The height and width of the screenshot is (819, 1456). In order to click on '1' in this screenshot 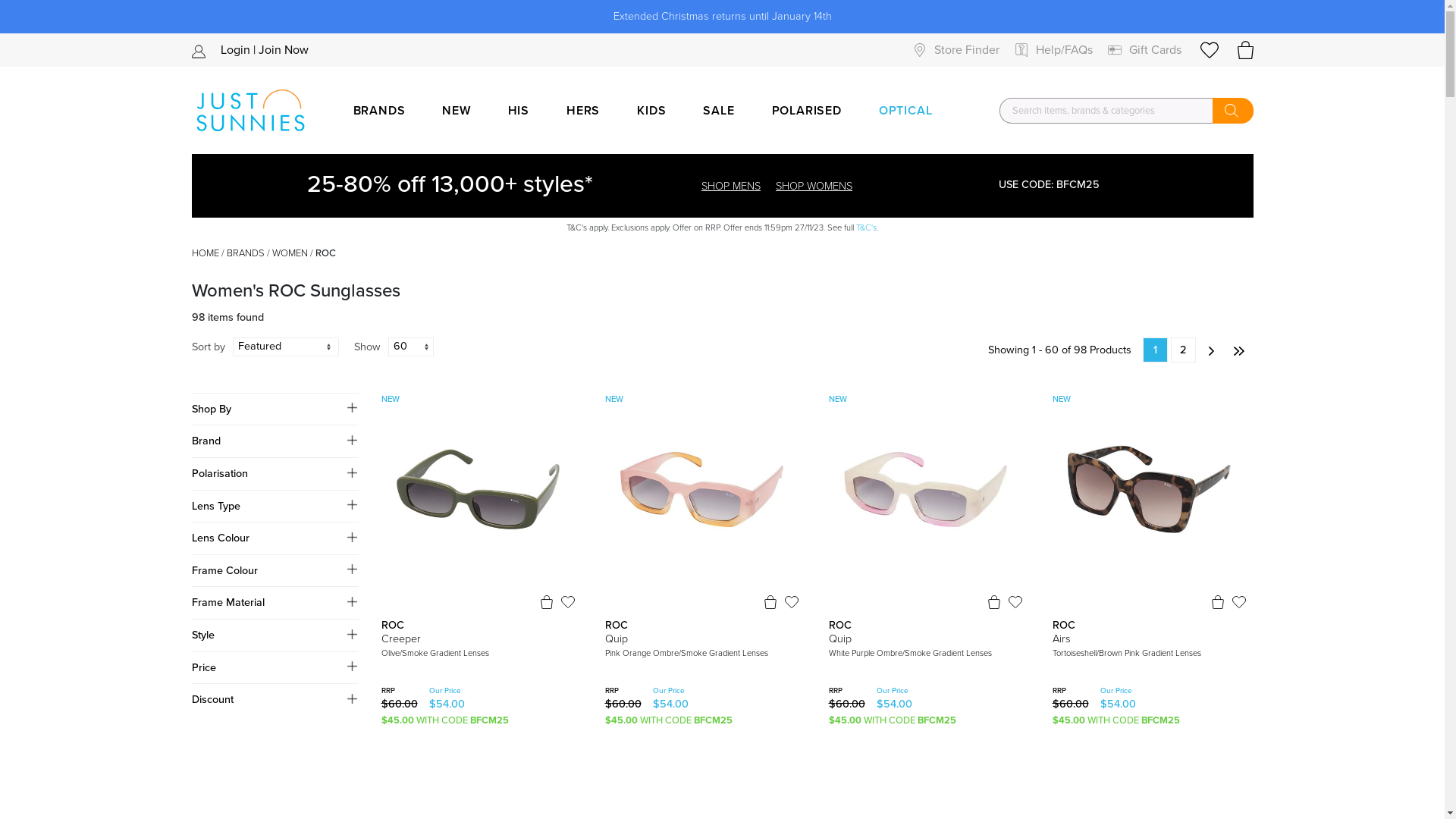, I will do `click(1153, 350)`.